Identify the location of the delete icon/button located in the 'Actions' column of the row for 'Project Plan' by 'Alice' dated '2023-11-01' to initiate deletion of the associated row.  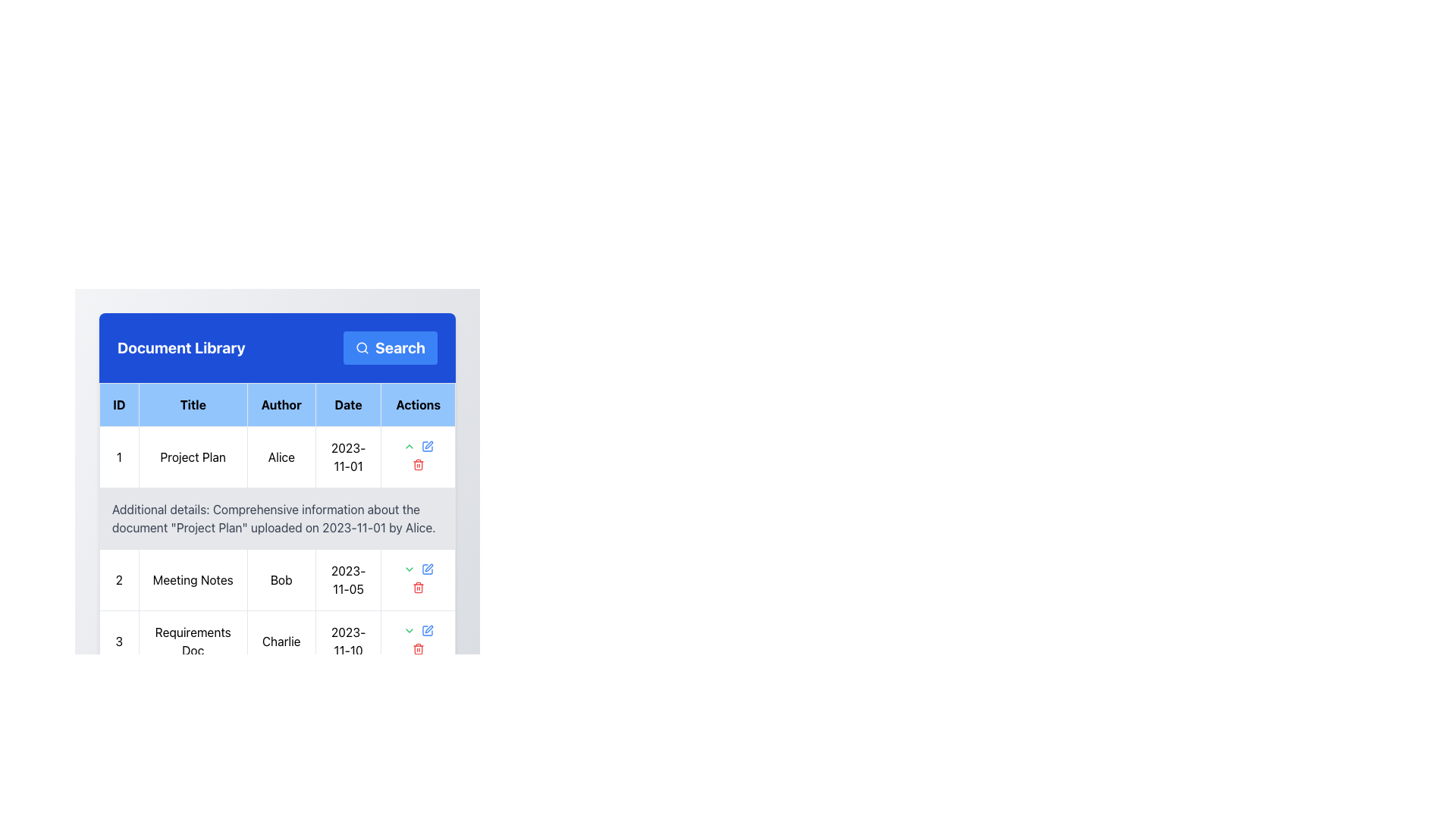
(418, 456).